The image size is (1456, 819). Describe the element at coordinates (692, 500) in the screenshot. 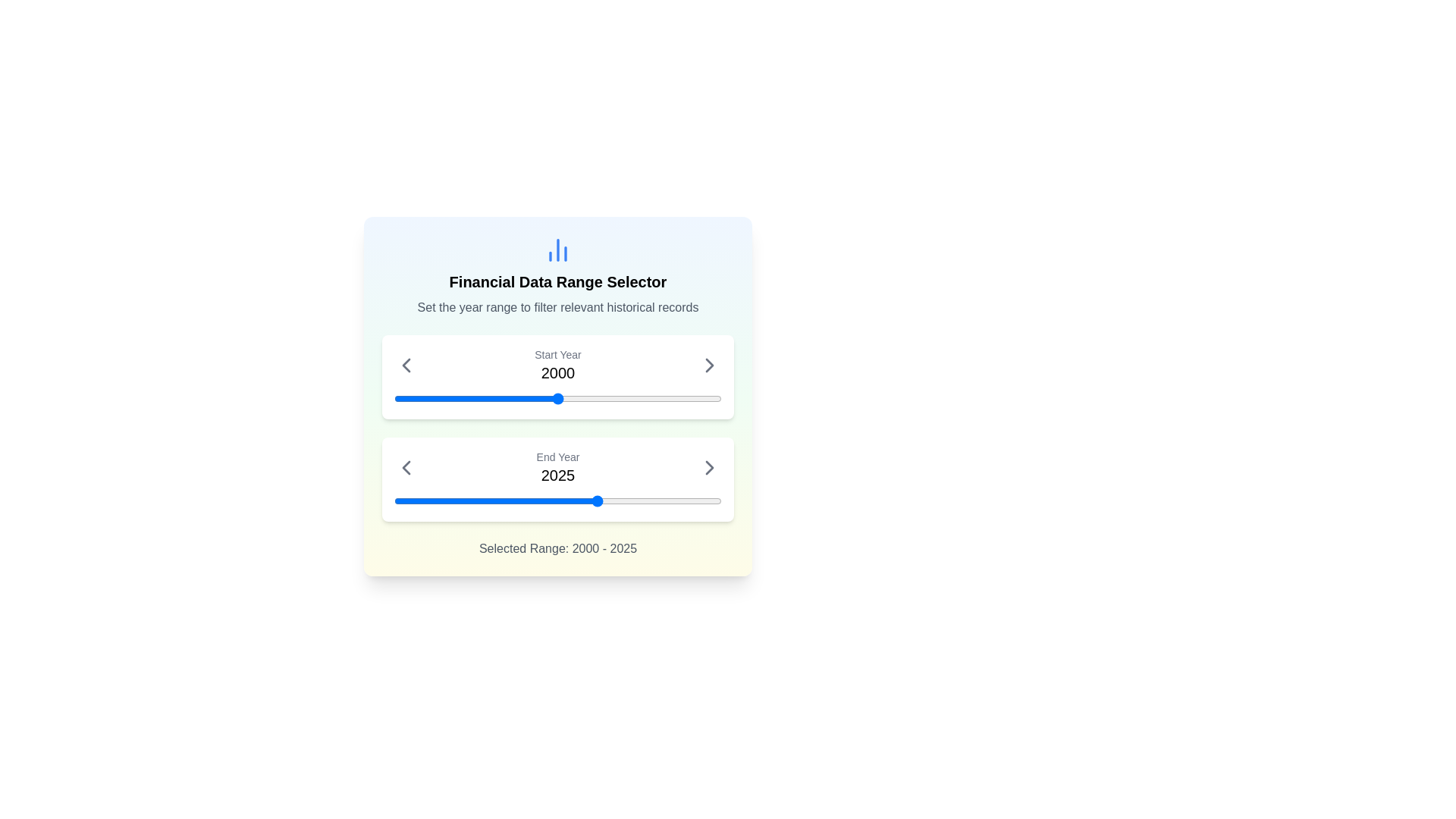

I see `the slider` at that location.